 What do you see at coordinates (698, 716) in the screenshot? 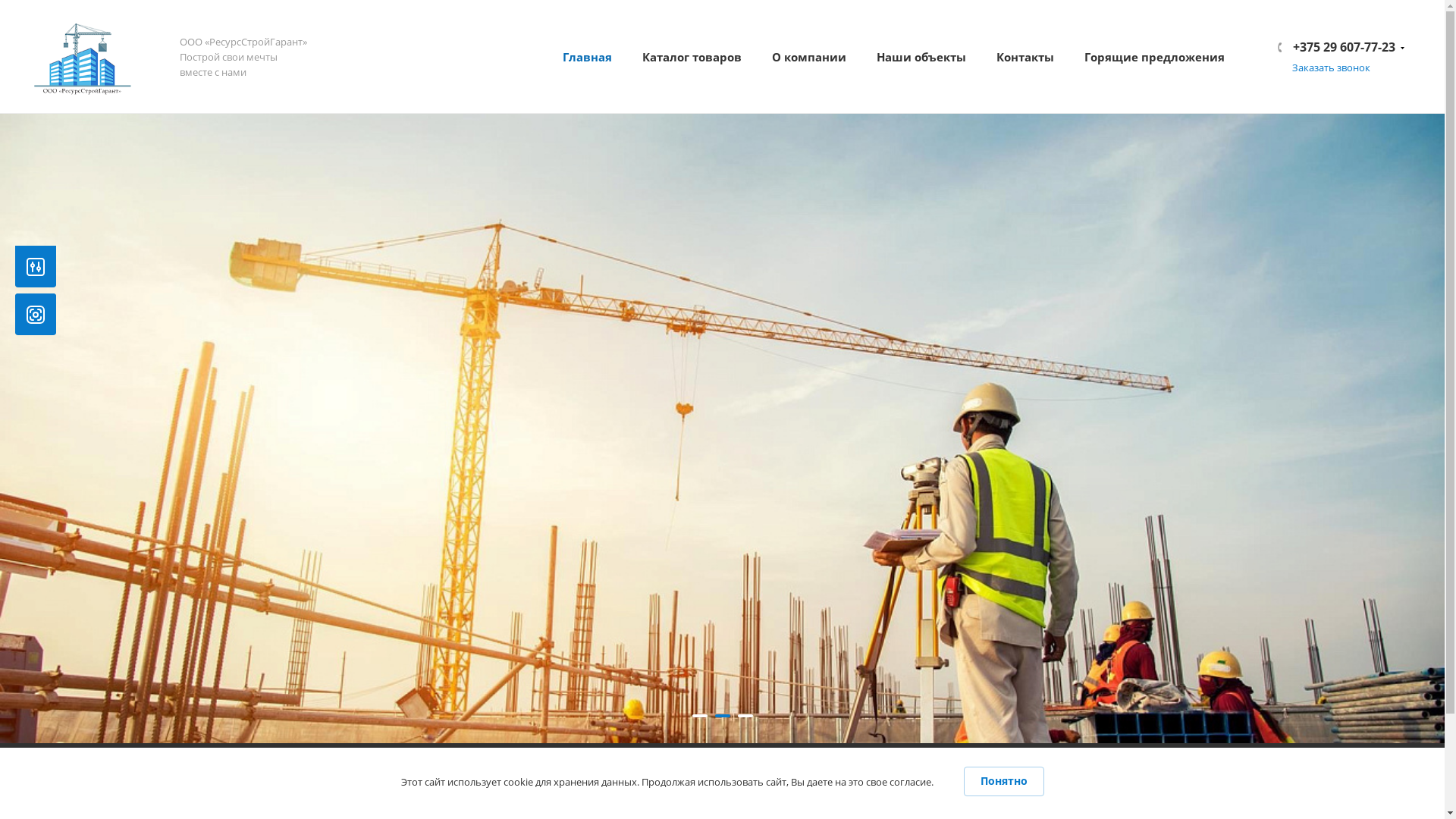
I see `'1'` at bounding box center [698, 716].